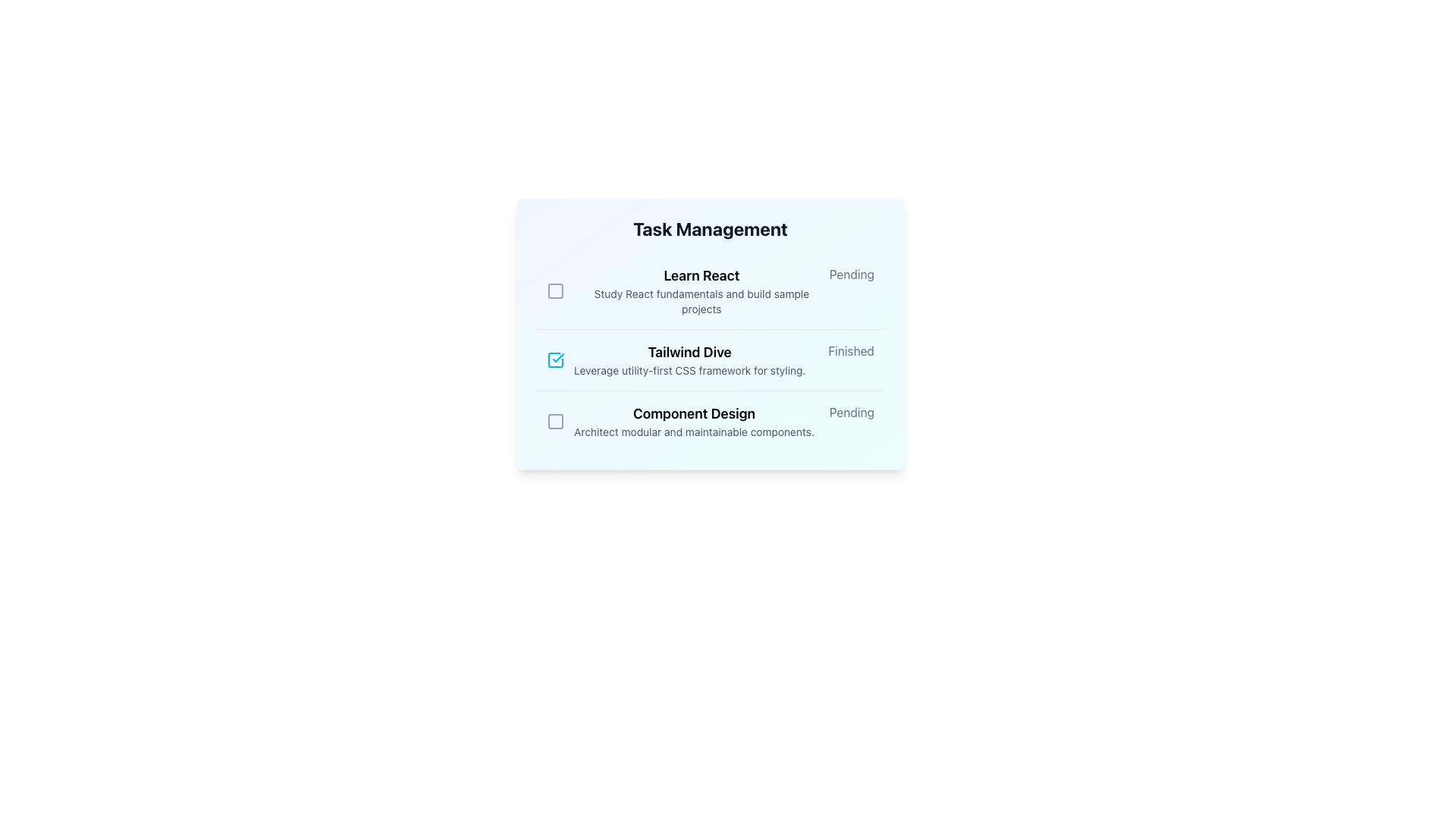 This screenshot has height=819, width=1456. I want to click on the task item titled 'Tailwind Dive' which features a bold first line and a cyan-colored square check icon, to interact with it, so click(675, 359).